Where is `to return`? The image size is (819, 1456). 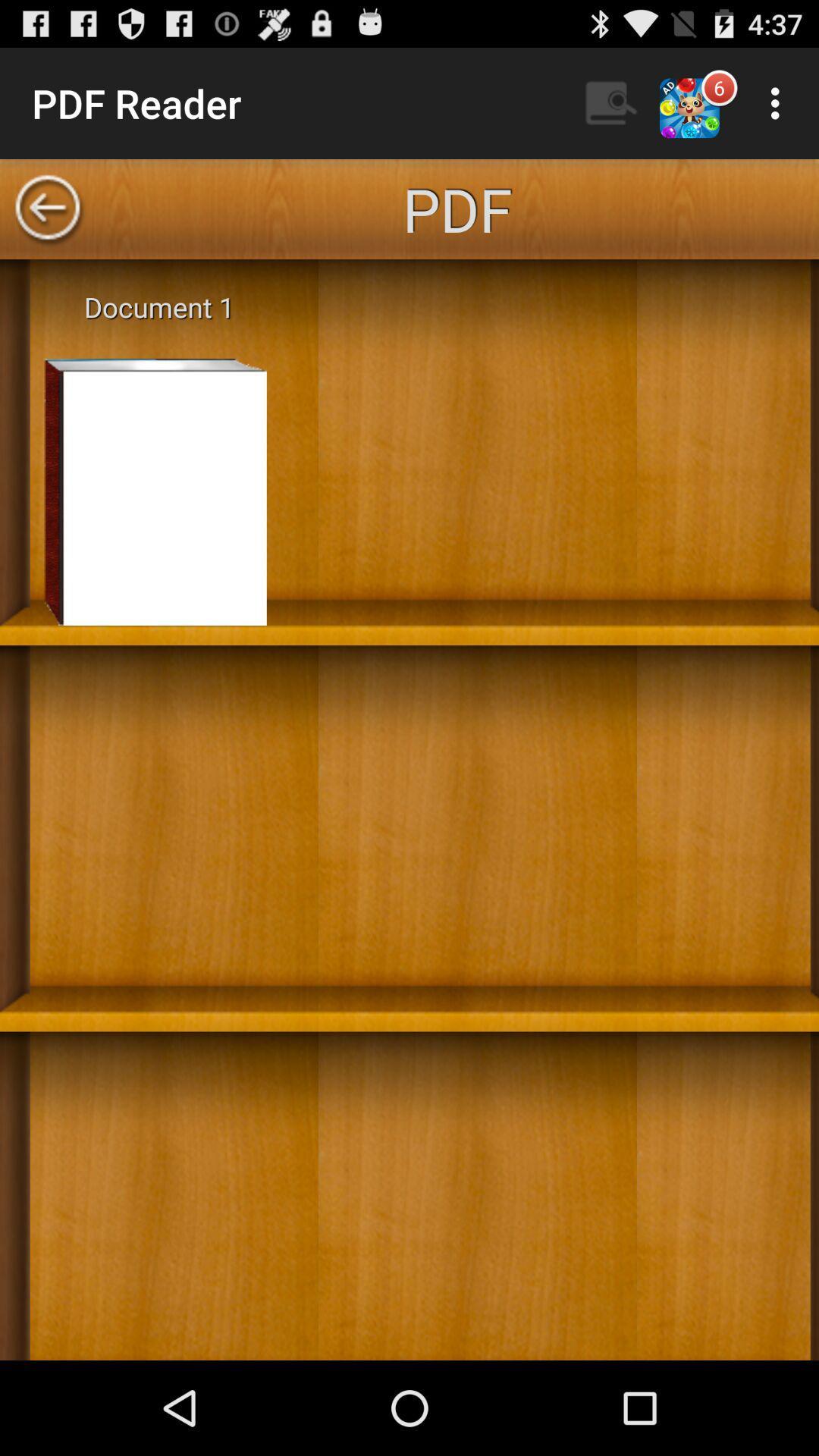 to return is located at coordinates (46, 208).